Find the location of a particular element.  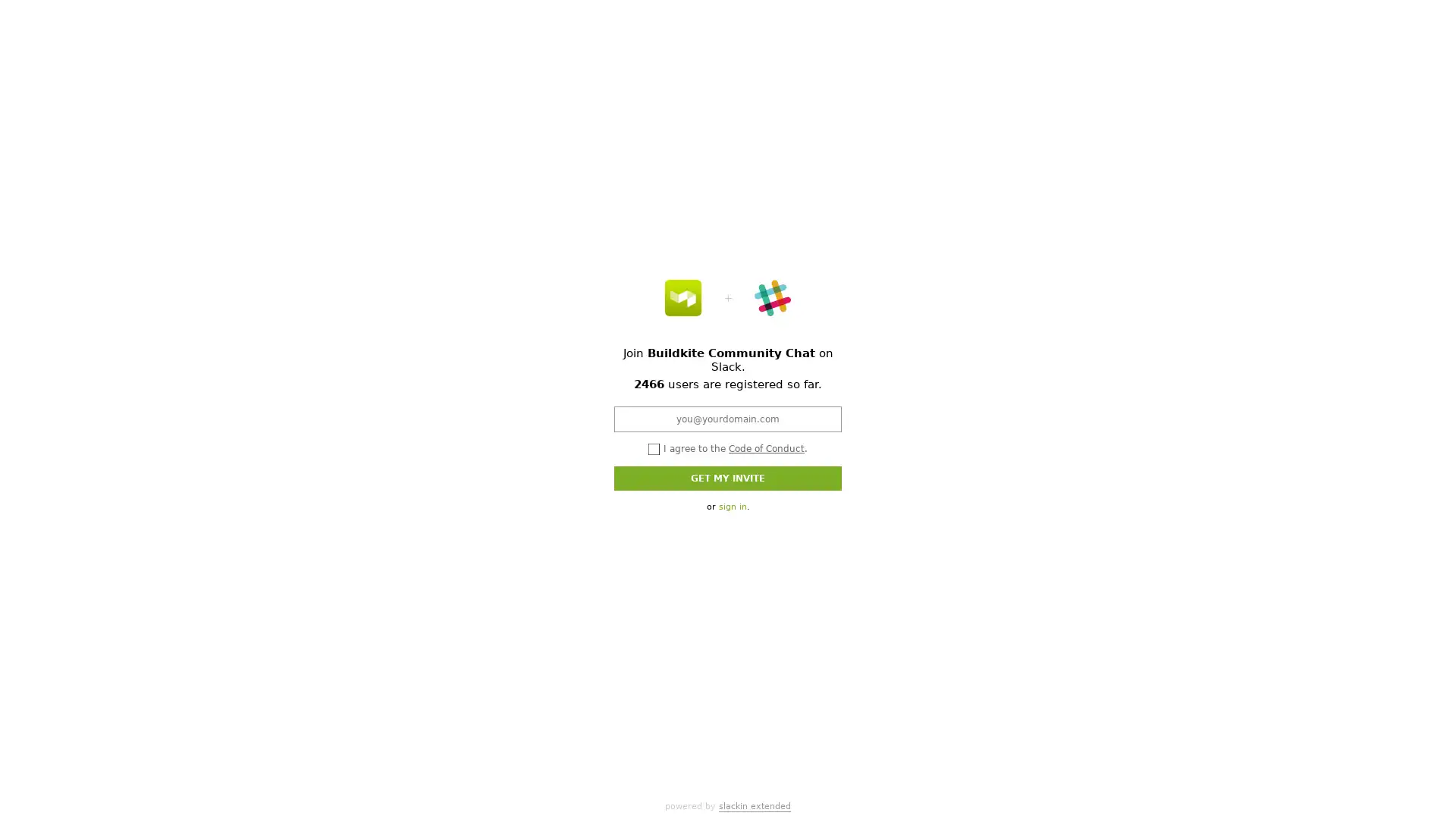

GET MY INVITE is located at coordinates (728, 476).